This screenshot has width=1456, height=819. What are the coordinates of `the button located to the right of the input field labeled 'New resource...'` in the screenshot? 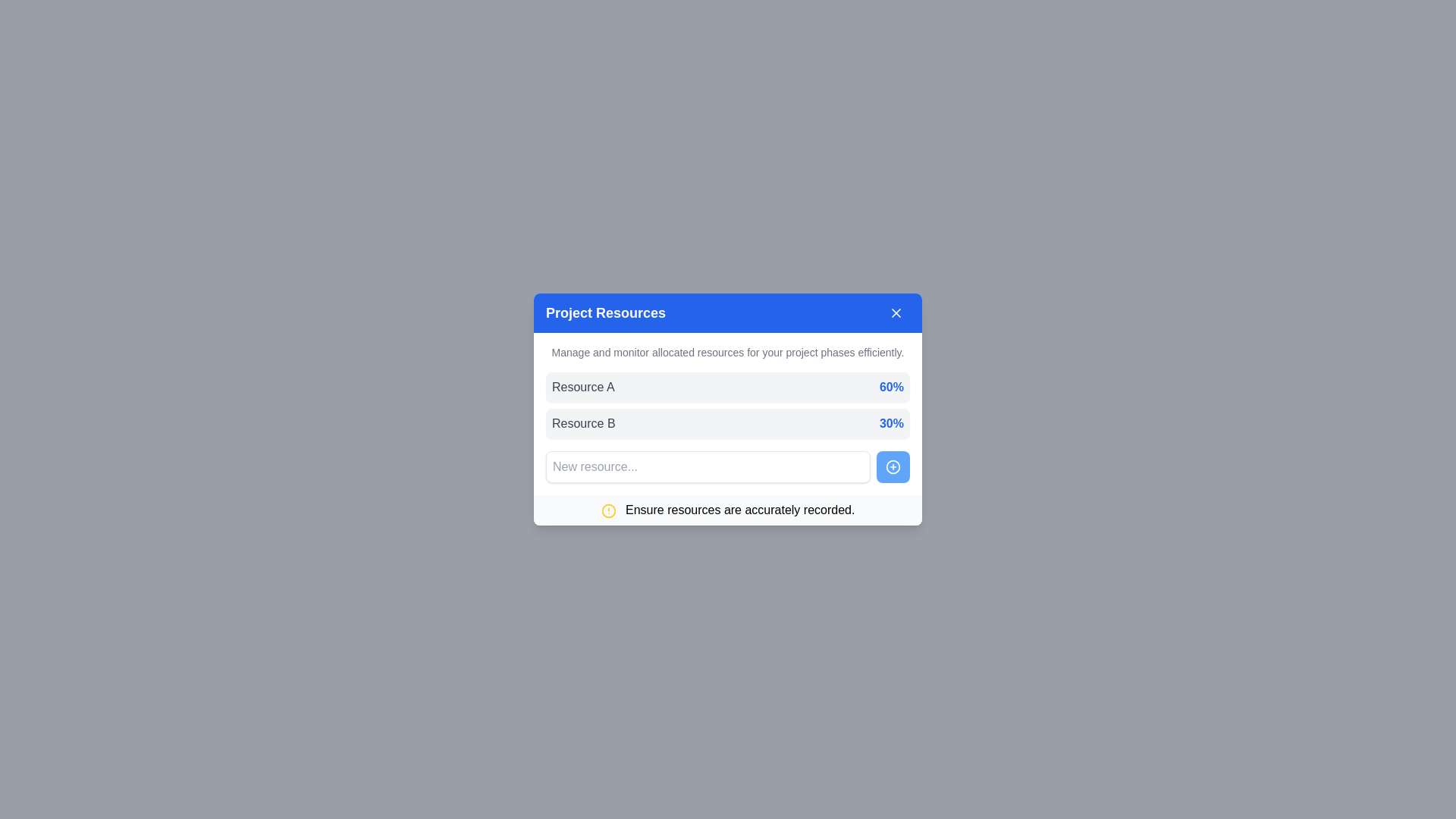 It's located at (893, 466).